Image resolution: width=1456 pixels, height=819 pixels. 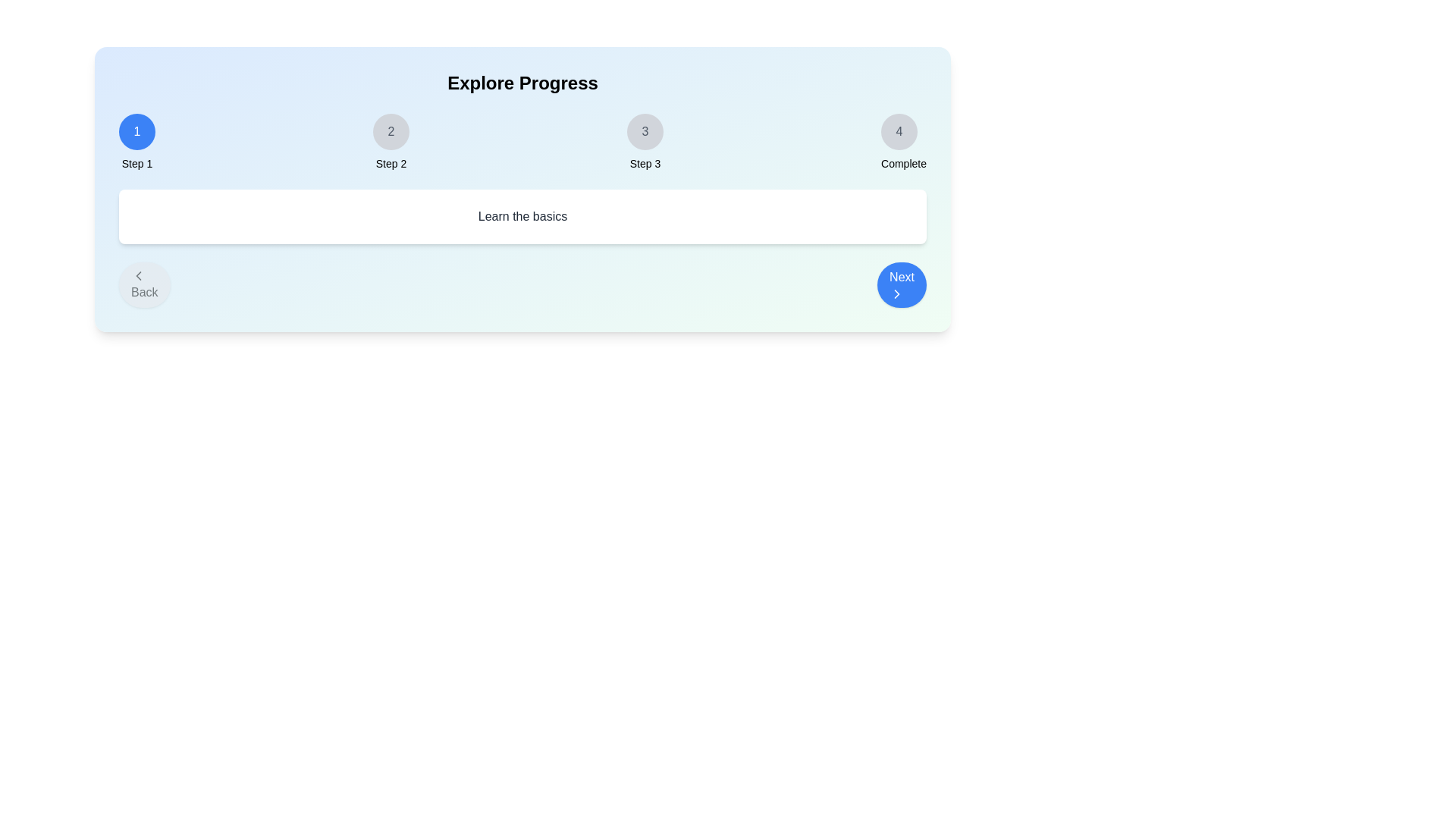 What do you see at coordinates (144, 284) in the screenshot?
I see `the 'Back' button to navigate to the previous step` at bounding box center [144, 284].